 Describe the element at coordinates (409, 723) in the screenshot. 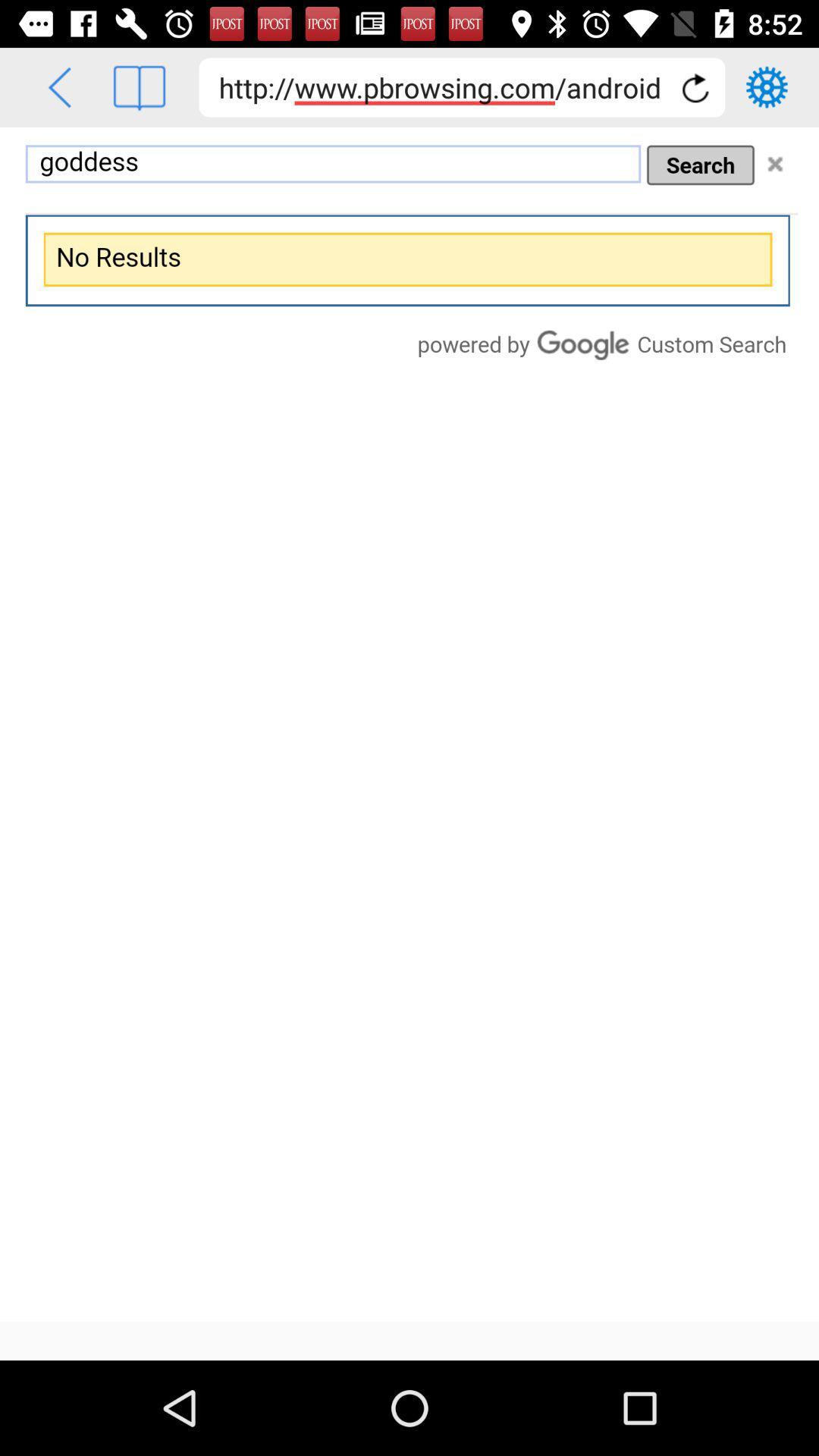

I see `browse search` at that location.